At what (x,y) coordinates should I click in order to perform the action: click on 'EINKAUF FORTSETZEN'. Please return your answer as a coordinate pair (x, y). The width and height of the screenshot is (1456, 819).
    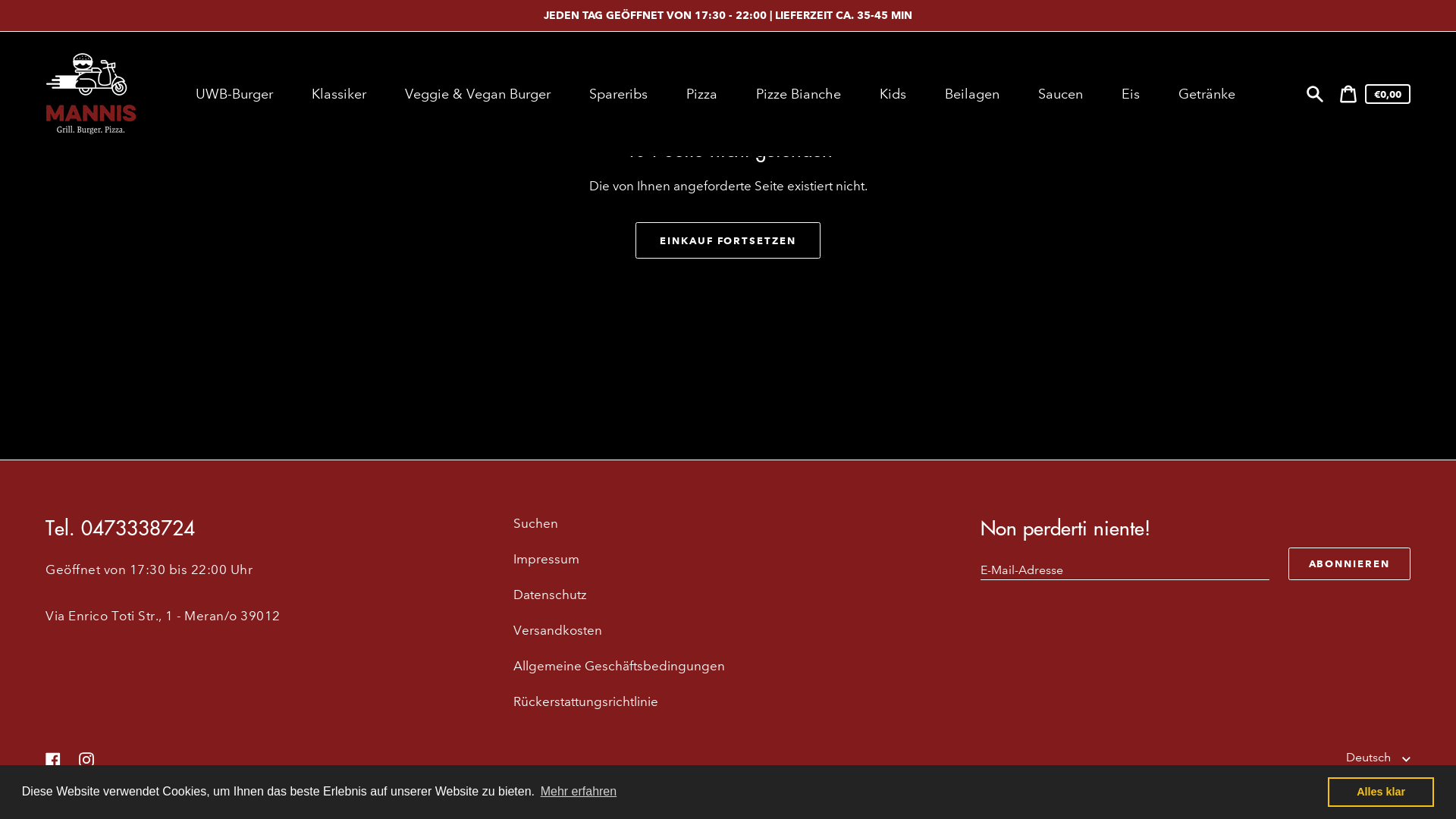
    Looking at the image, I should click on (728, 239).